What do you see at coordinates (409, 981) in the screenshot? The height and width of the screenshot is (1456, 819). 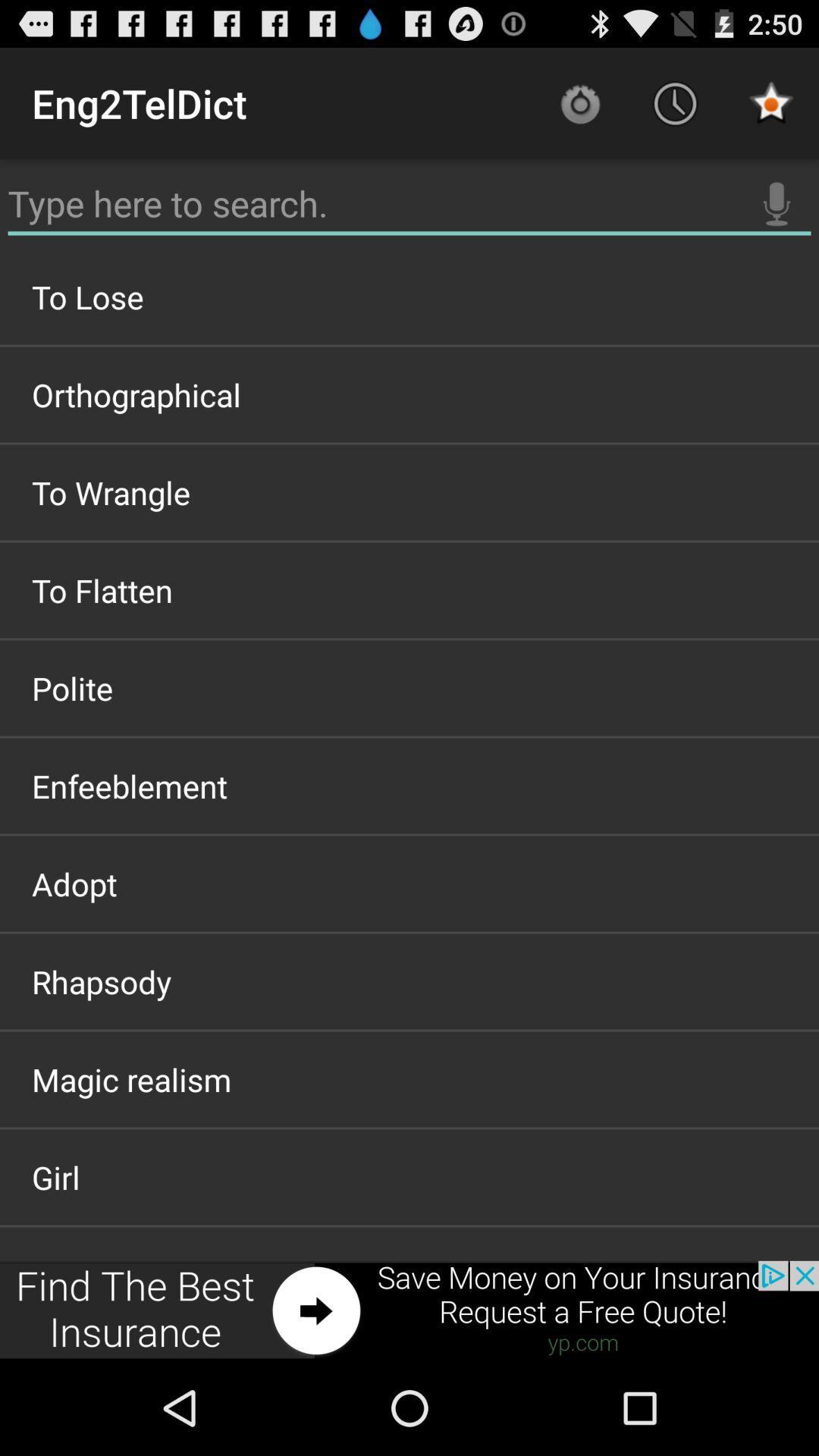 I see `rhapsody item` at bounding box center [409, 981].